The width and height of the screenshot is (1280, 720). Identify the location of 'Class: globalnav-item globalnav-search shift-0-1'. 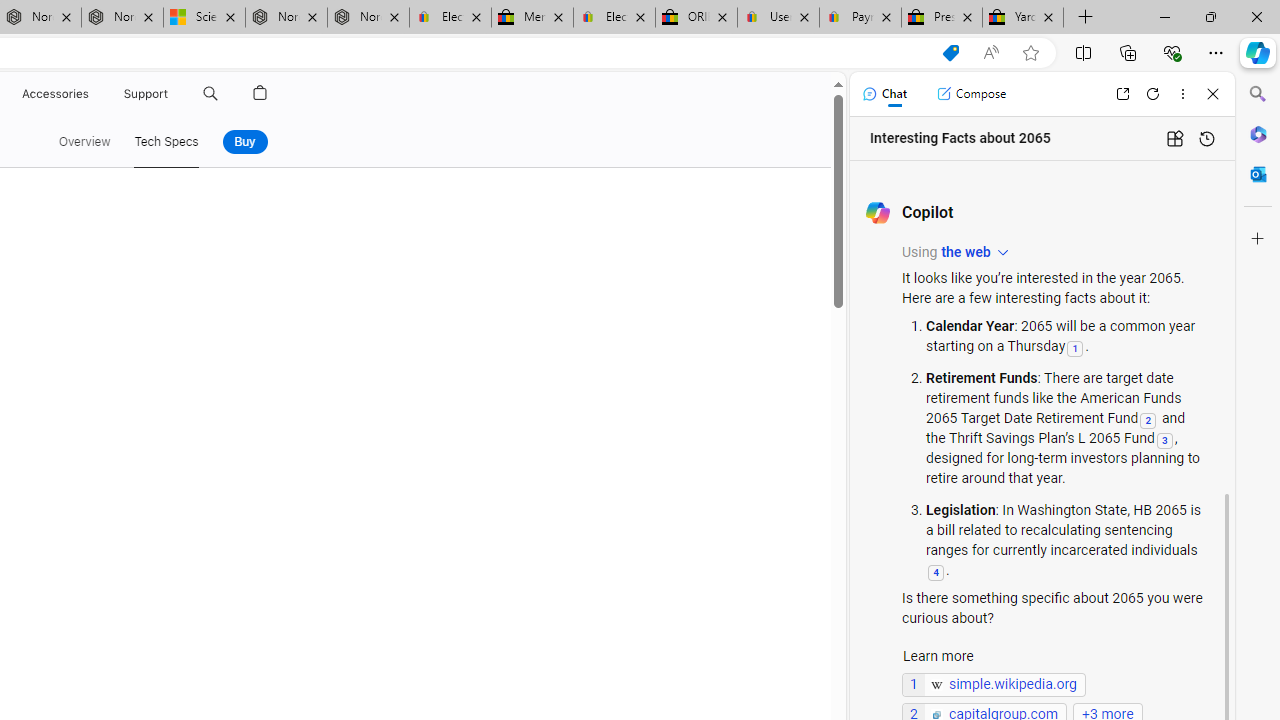
(210, 93).